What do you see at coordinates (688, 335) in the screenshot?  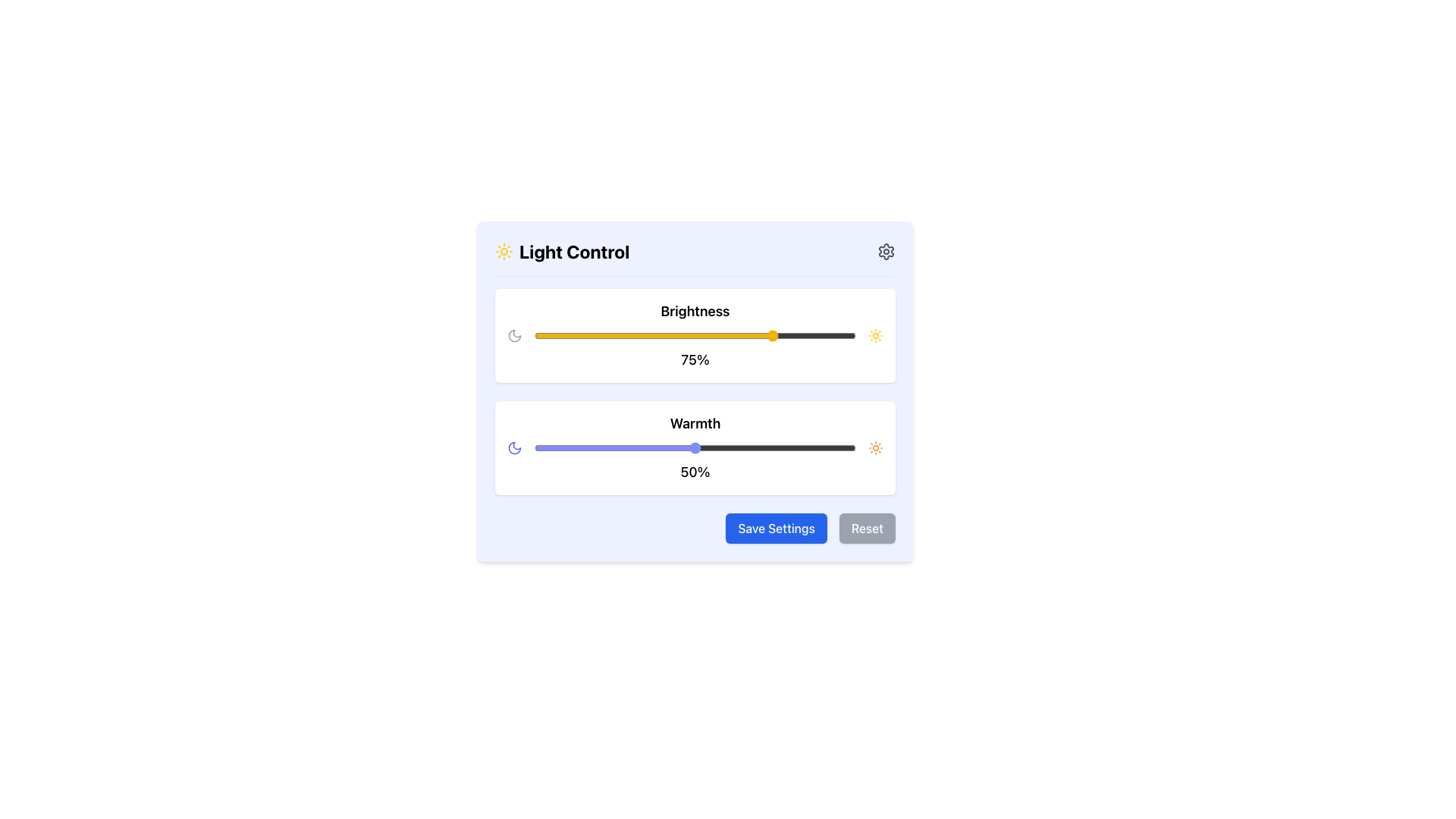 I see `brightness` at bounding box center [688, 335].